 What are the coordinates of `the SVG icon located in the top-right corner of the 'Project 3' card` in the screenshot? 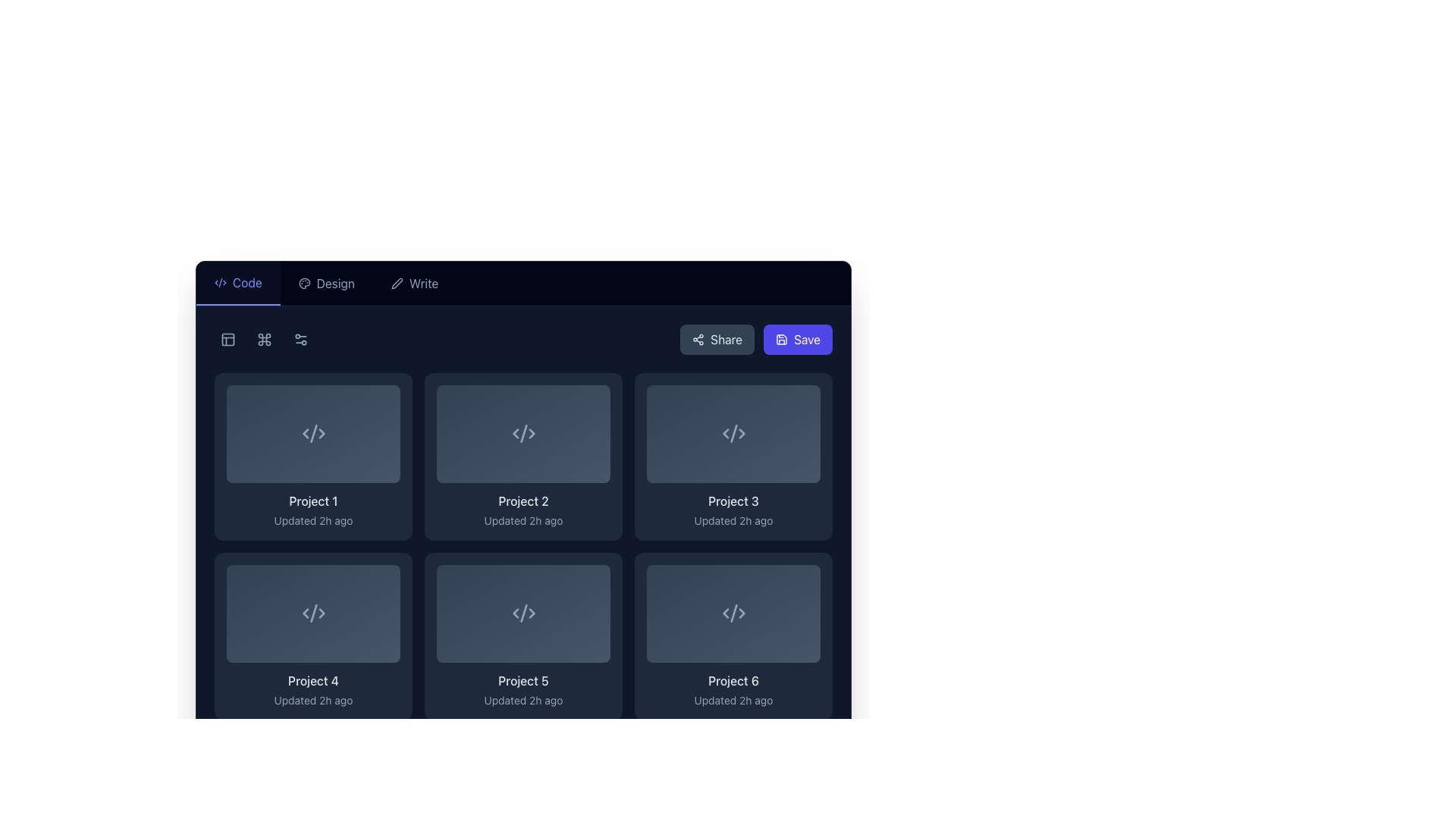 It's located at (817, 388).